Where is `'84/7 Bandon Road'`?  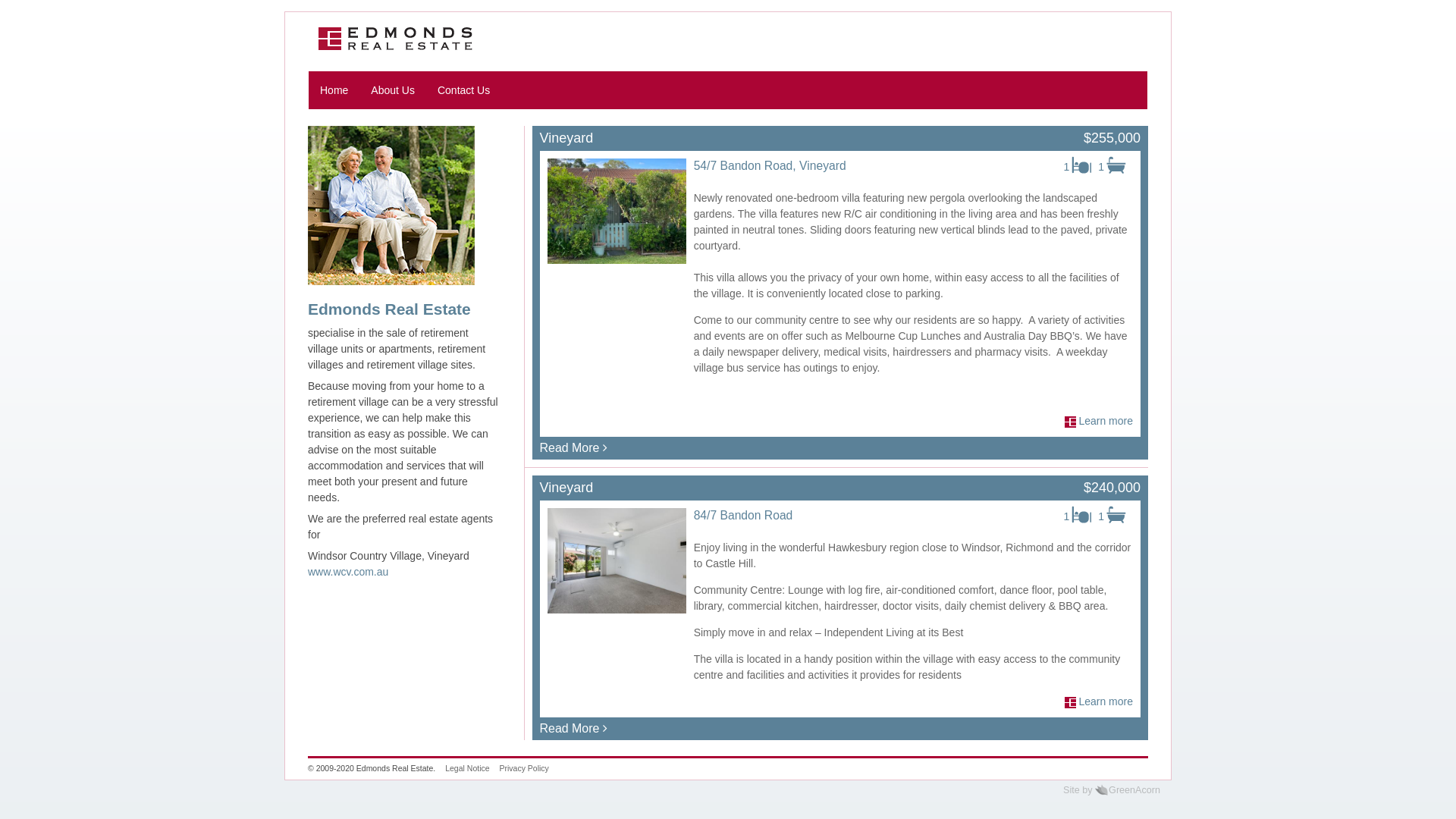
'84/7 Bandon Road' is located at coordinates (743, 514).